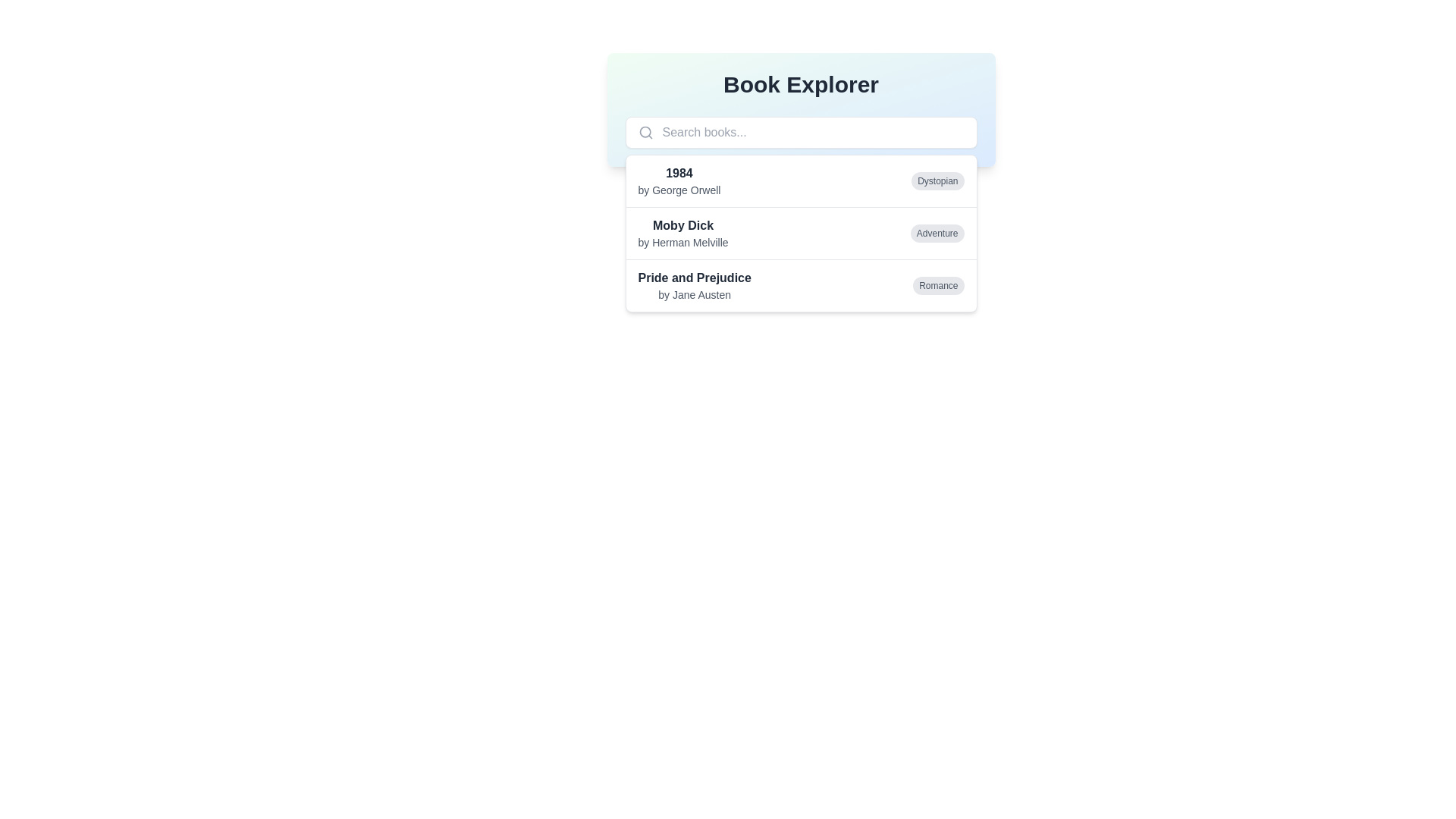 The image size is (1456, 819). I want to click on the list item titled 'Pride and Prejudice', so click(800, 286).